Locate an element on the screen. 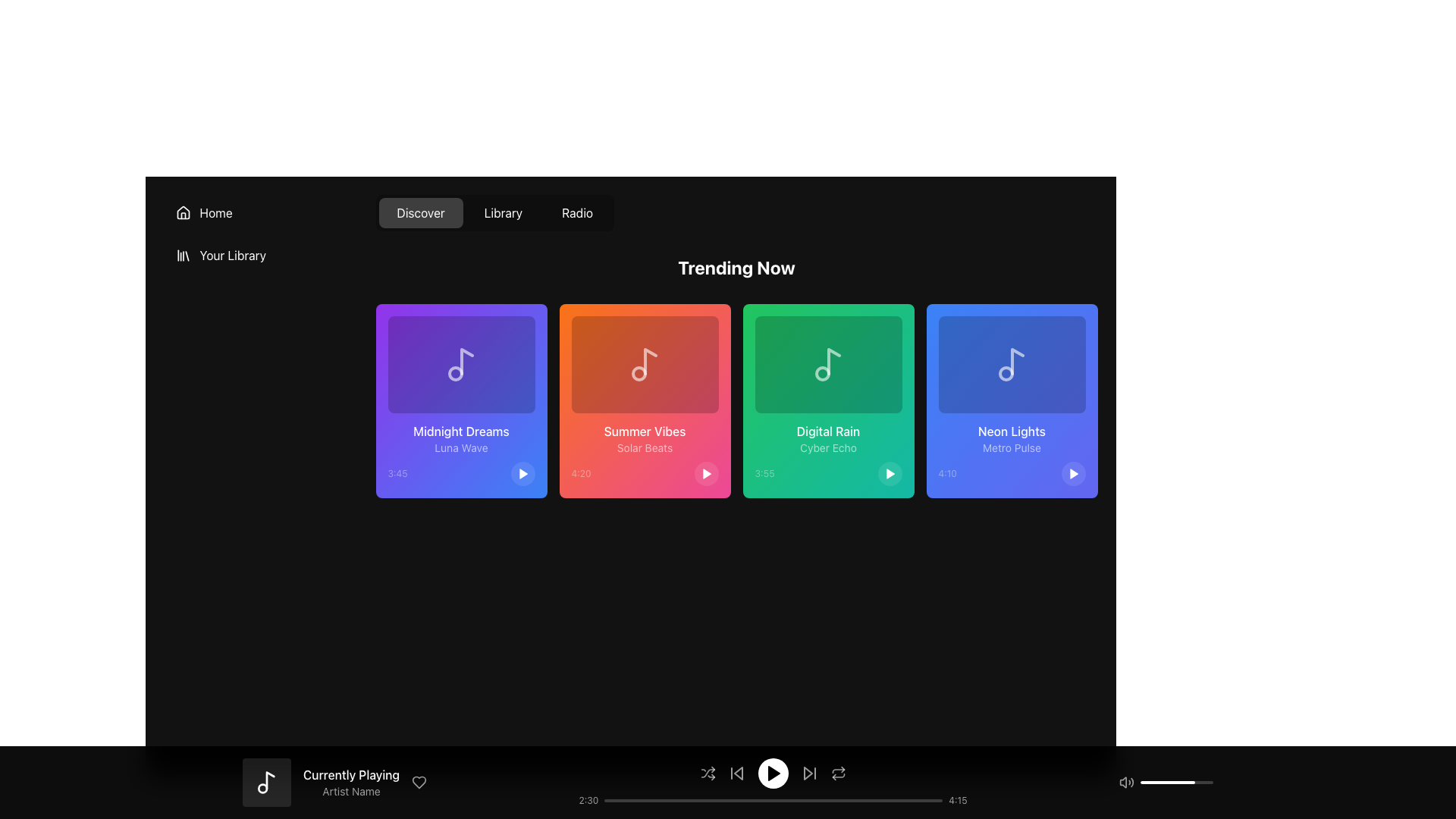 The height and width of the screenshot is (819, 1456). the audio output icon located at the far left of the media control bar is located at coordinates (1126, 783).